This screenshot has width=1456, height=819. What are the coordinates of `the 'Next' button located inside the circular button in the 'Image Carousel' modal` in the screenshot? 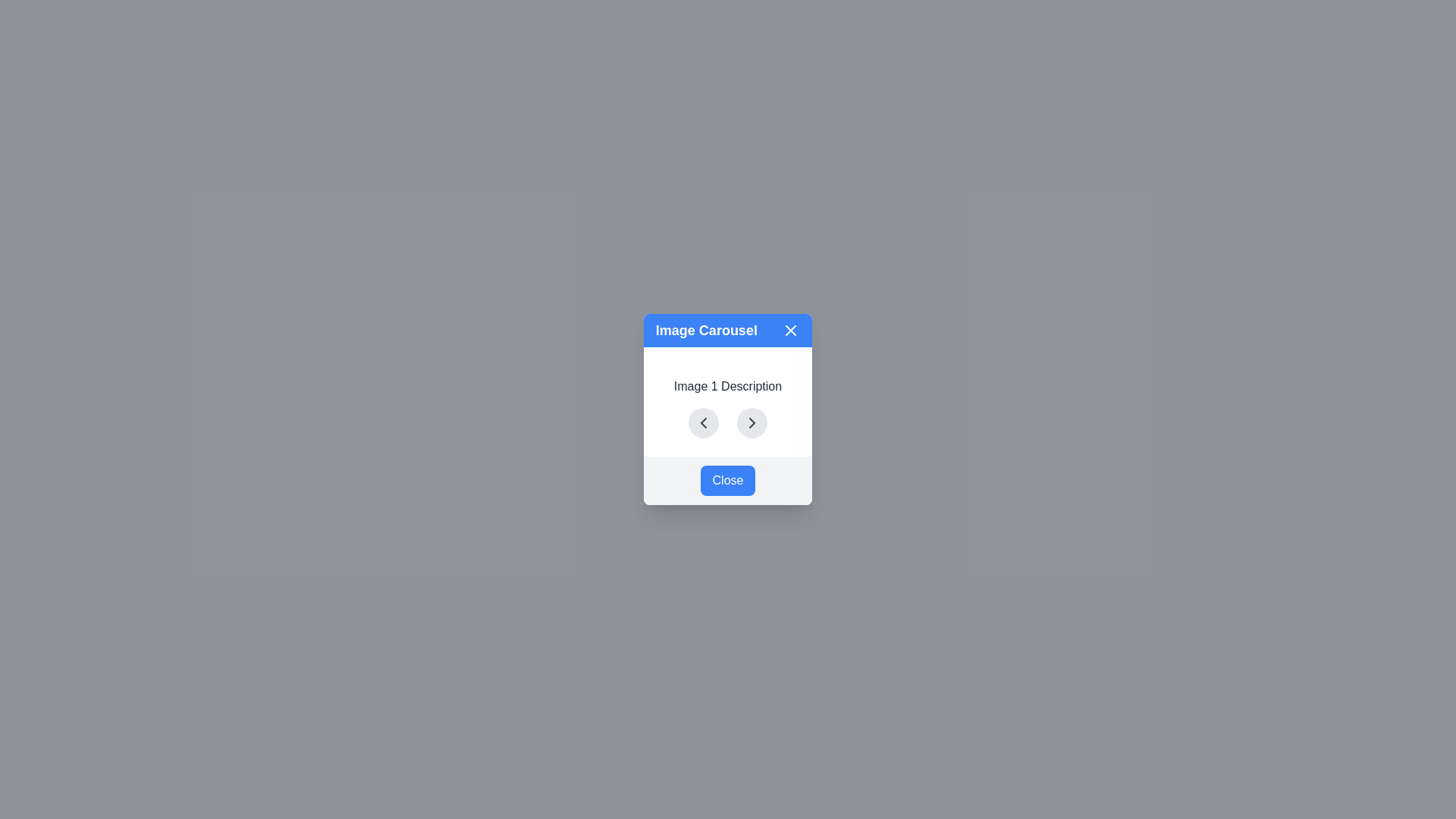 It's located at (752, 423).